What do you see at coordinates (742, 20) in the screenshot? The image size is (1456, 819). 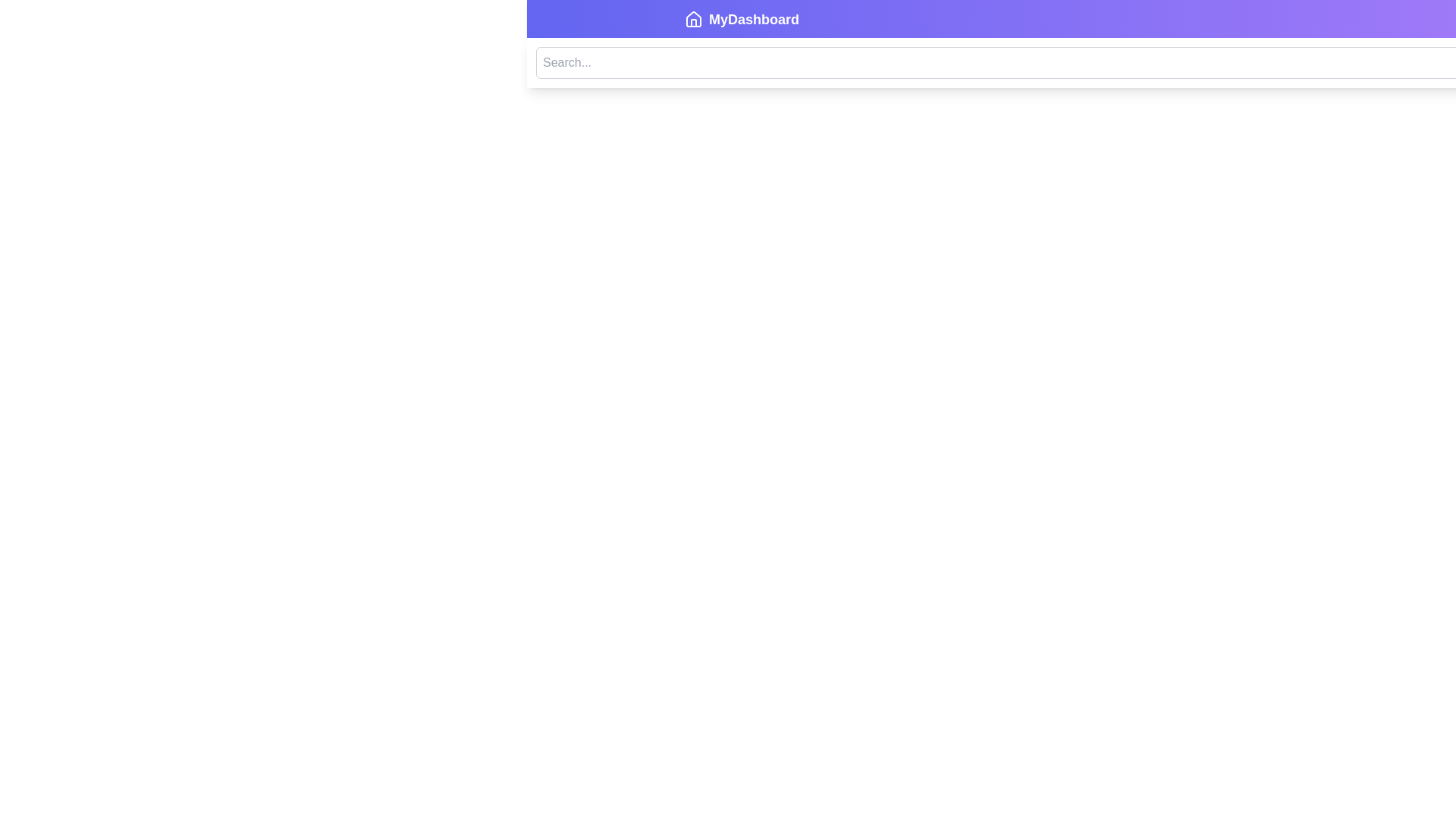 I see `the Label with Icon that serves as an identifier for the dashboard section, located slightly left of the horizontal center at the top section of the interface` at bounding box center [742, 20].